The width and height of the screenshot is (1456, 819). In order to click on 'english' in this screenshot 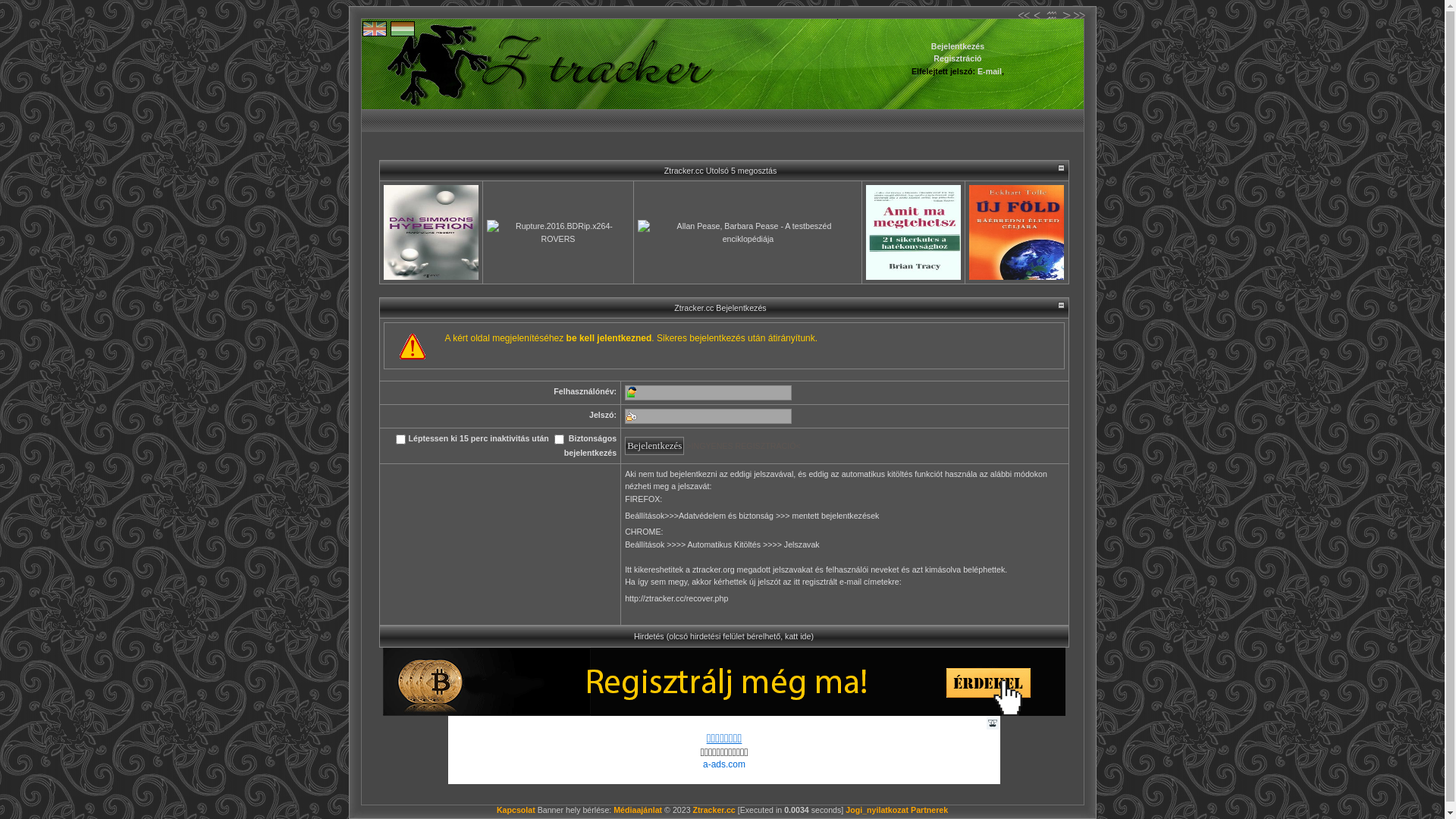, I will do `click(375, 29)`.